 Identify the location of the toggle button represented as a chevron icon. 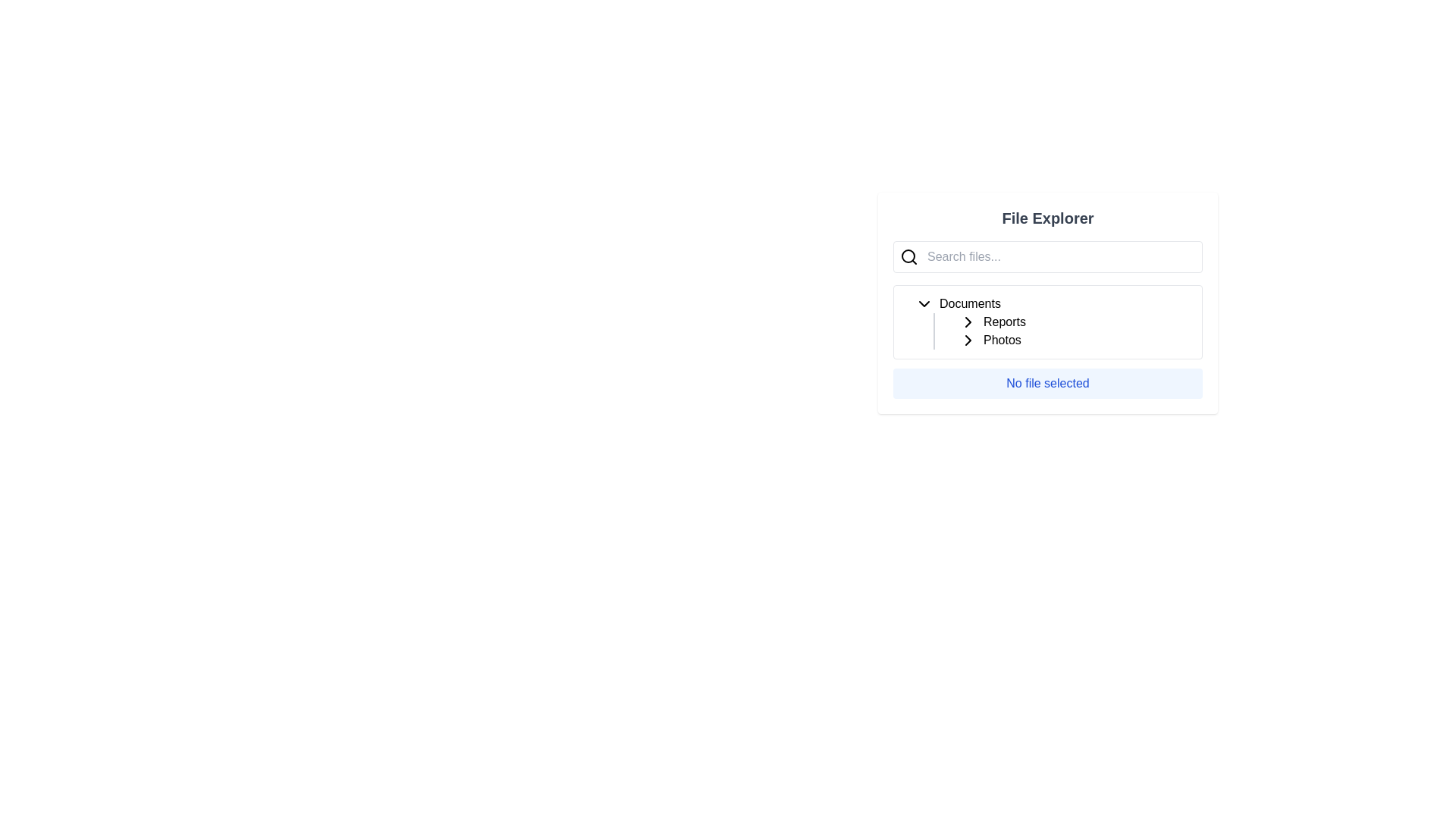
(967, 321).